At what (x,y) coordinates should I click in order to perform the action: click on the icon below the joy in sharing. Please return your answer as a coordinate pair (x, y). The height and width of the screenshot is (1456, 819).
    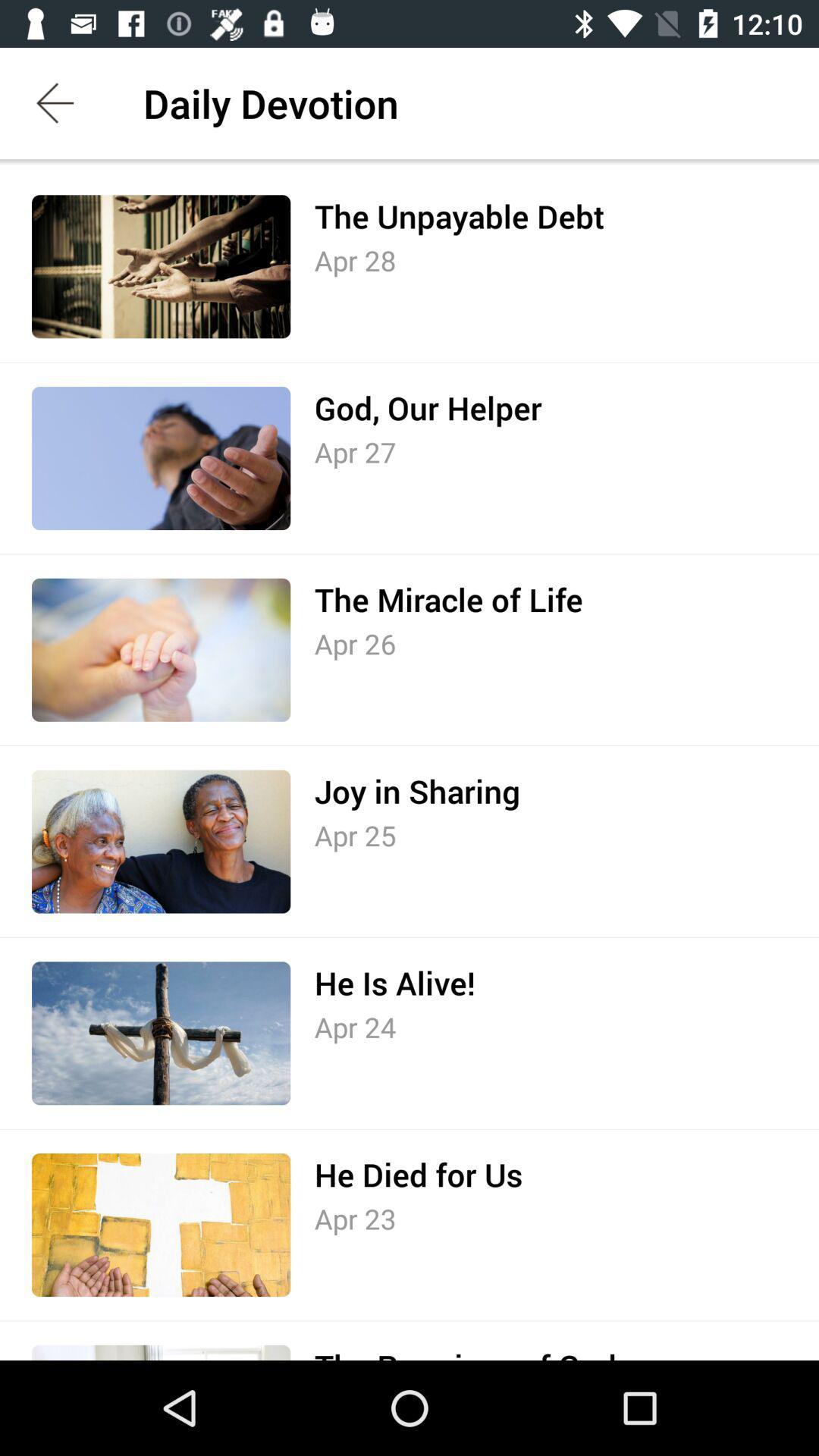
    Looking at the image, I should click on (355, 834).